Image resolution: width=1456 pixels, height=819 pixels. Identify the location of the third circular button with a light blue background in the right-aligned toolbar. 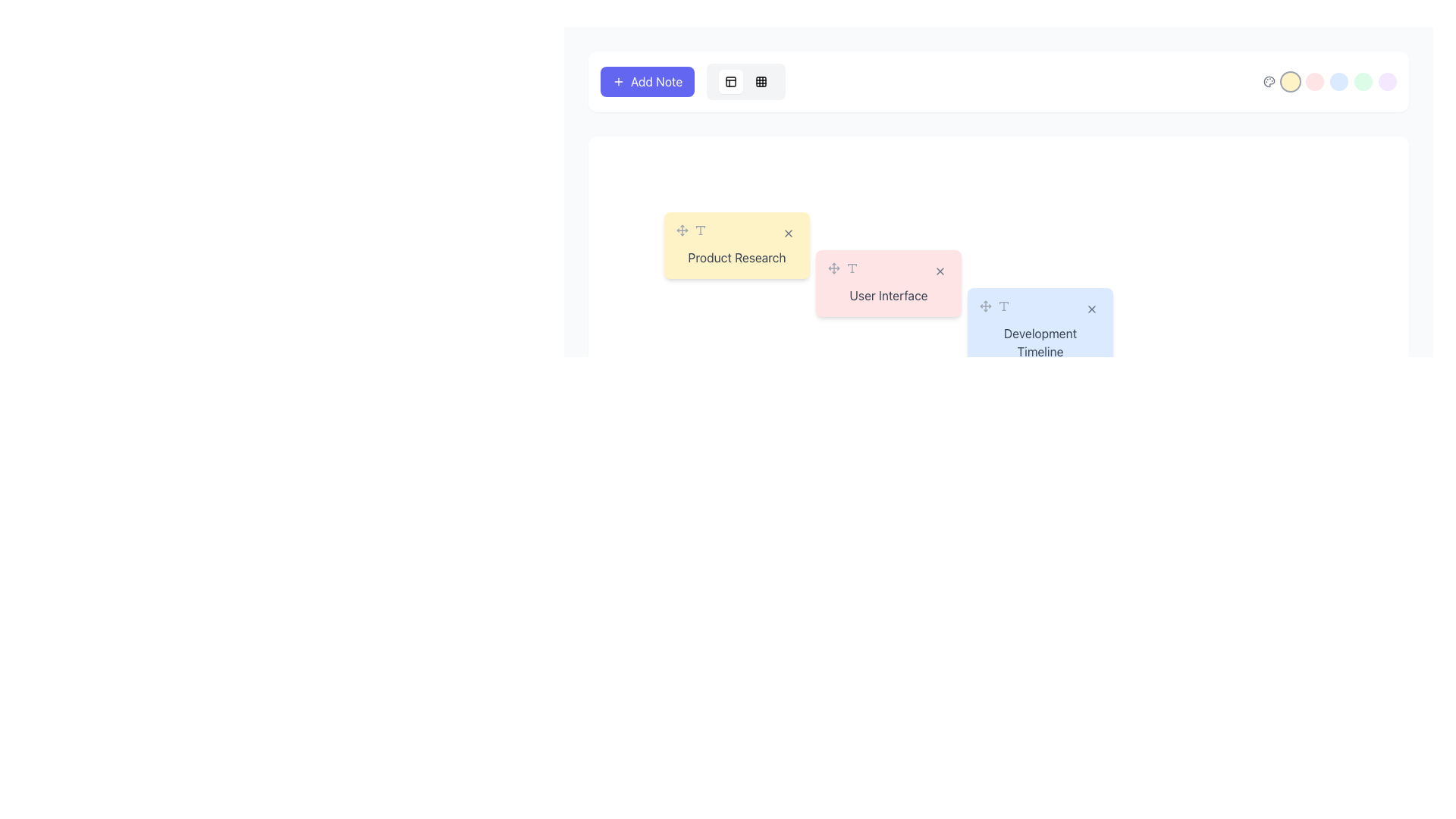
(1329, 82).